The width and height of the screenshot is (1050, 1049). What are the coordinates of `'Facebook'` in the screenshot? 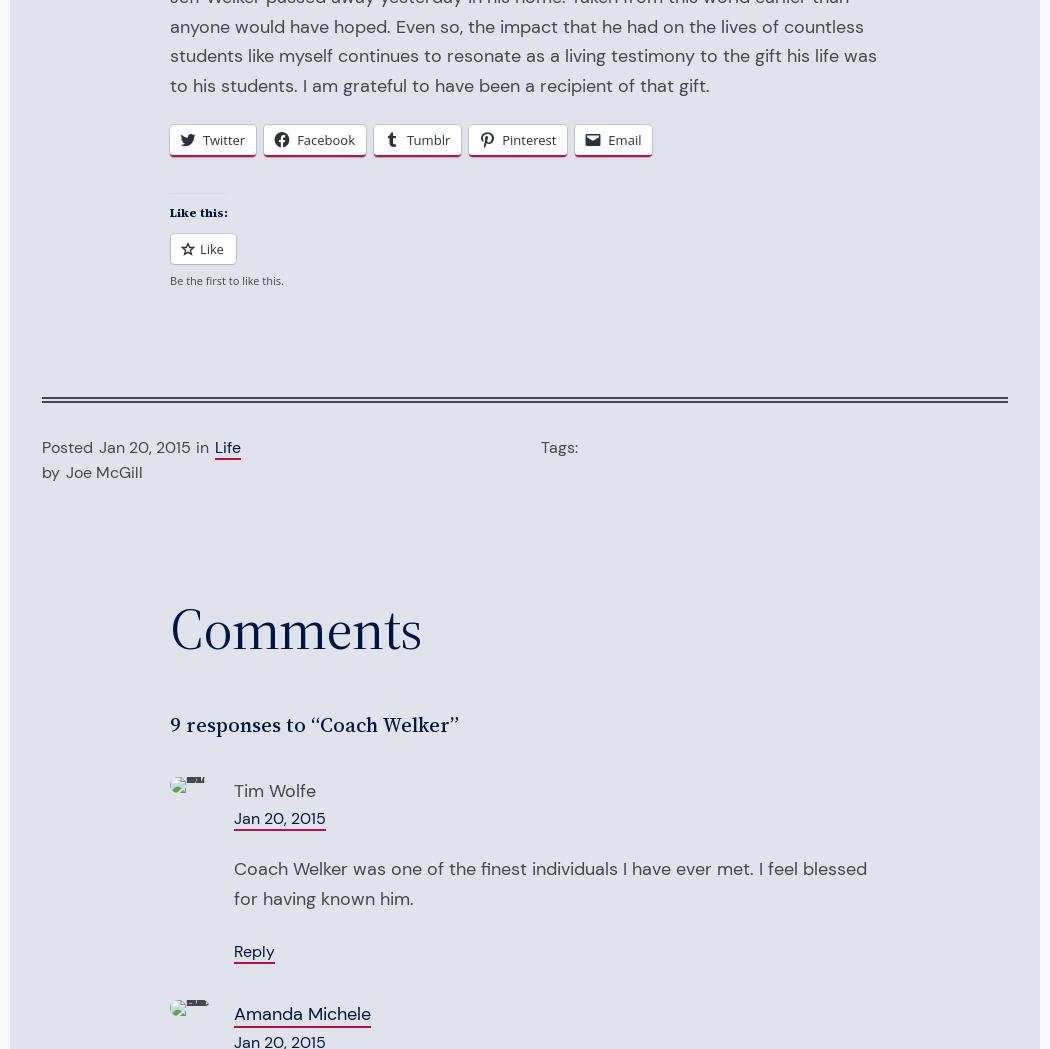 It's located at (326, 140).